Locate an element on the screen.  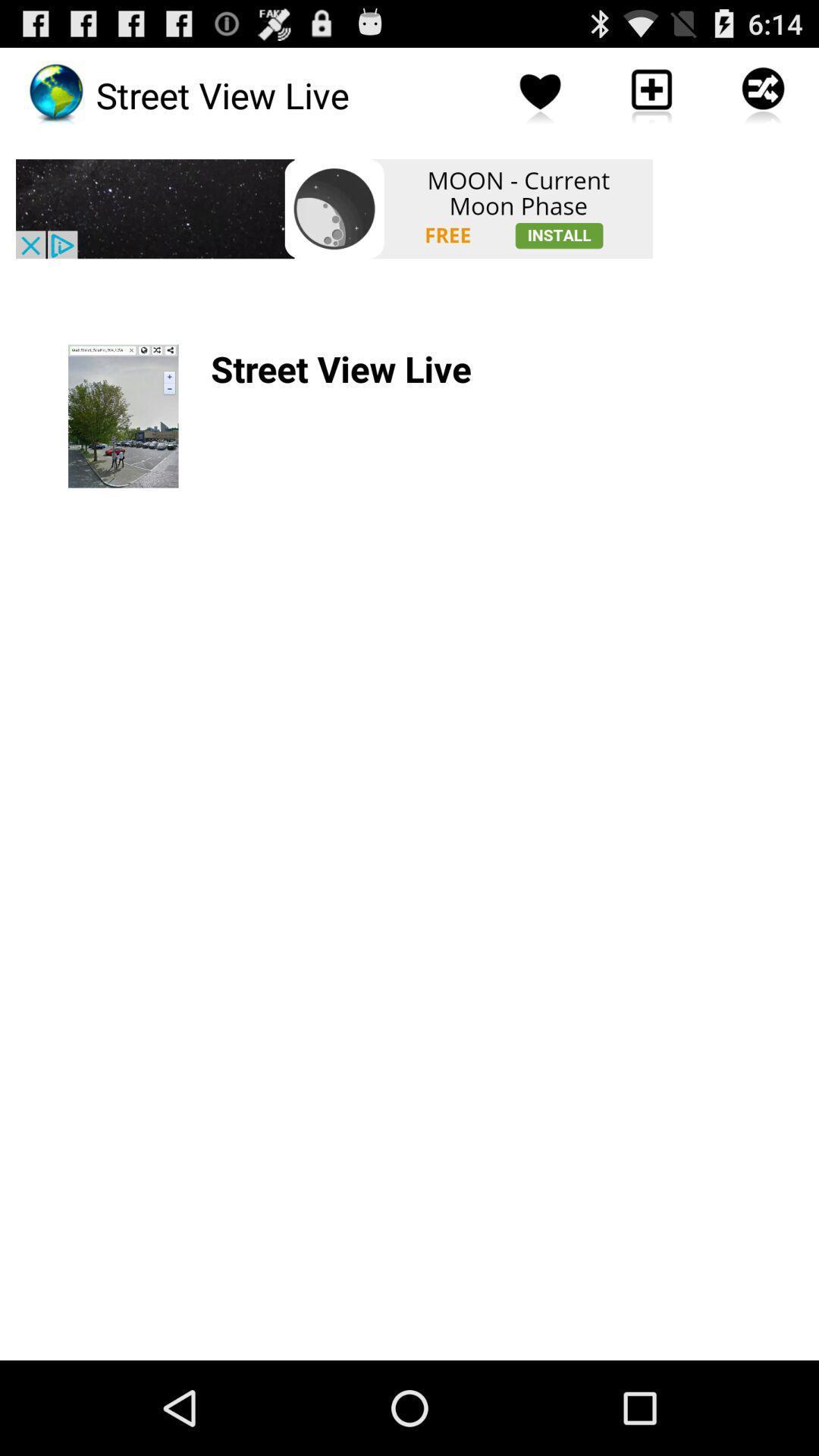
advertisement is located at coordinates (333, 208).